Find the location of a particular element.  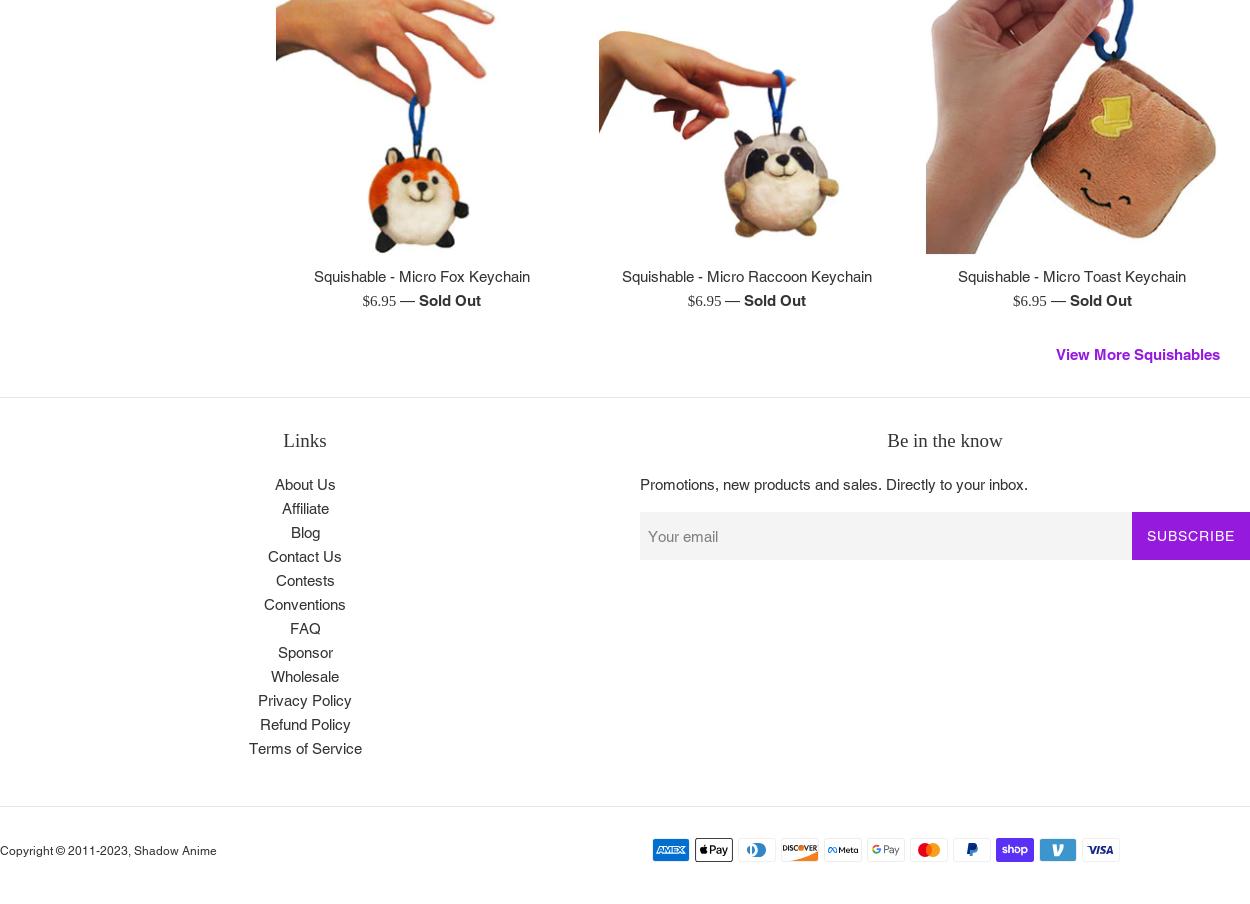

'Privacy Policy' is located at coordinates (258, 699).